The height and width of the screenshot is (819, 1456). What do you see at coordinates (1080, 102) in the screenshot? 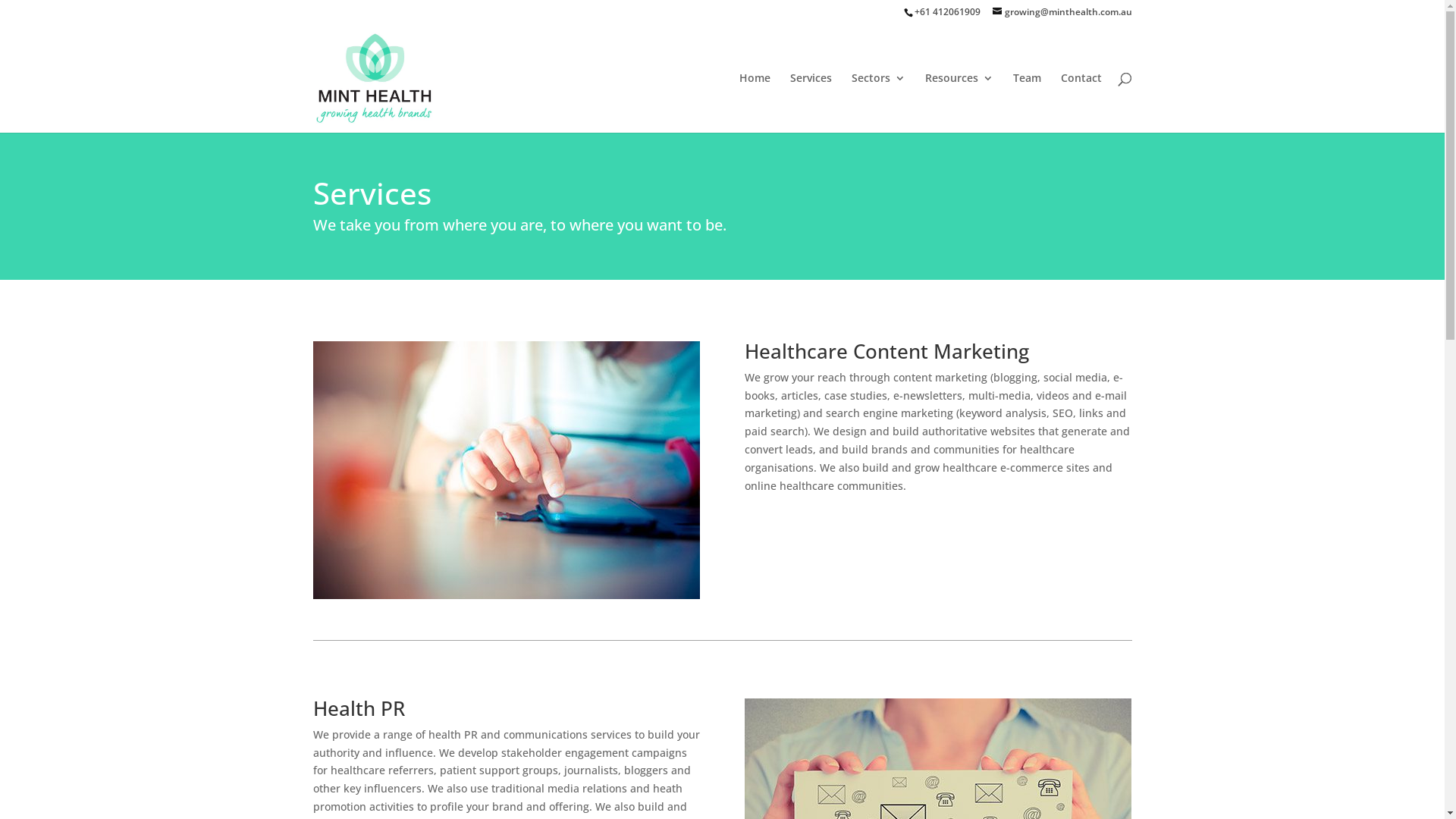
I see `'Contact'` at bounding box center [1080, 102].